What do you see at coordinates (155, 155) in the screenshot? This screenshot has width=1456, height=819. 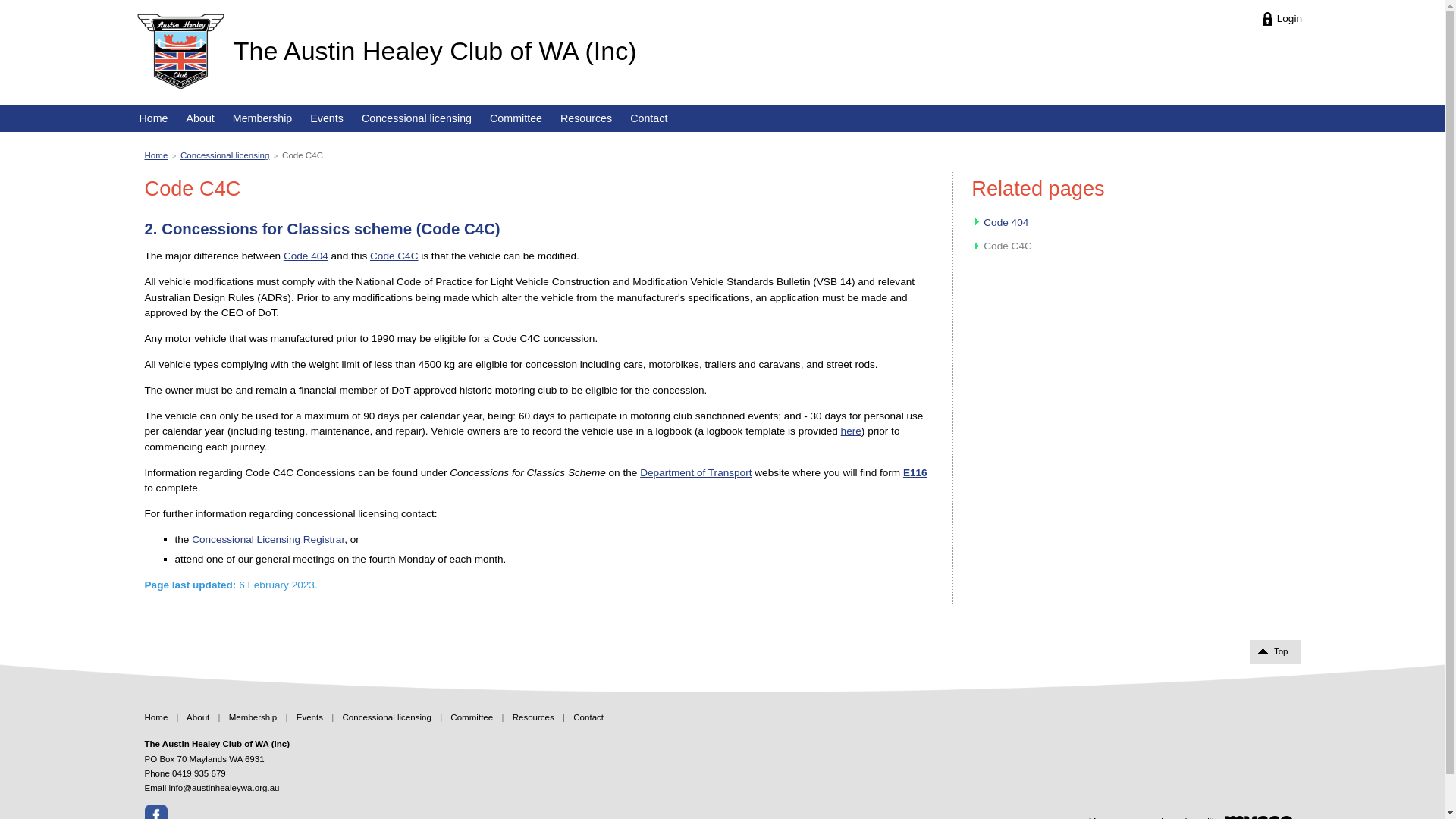 I see `'Home'` at bounding box center [155, 155].